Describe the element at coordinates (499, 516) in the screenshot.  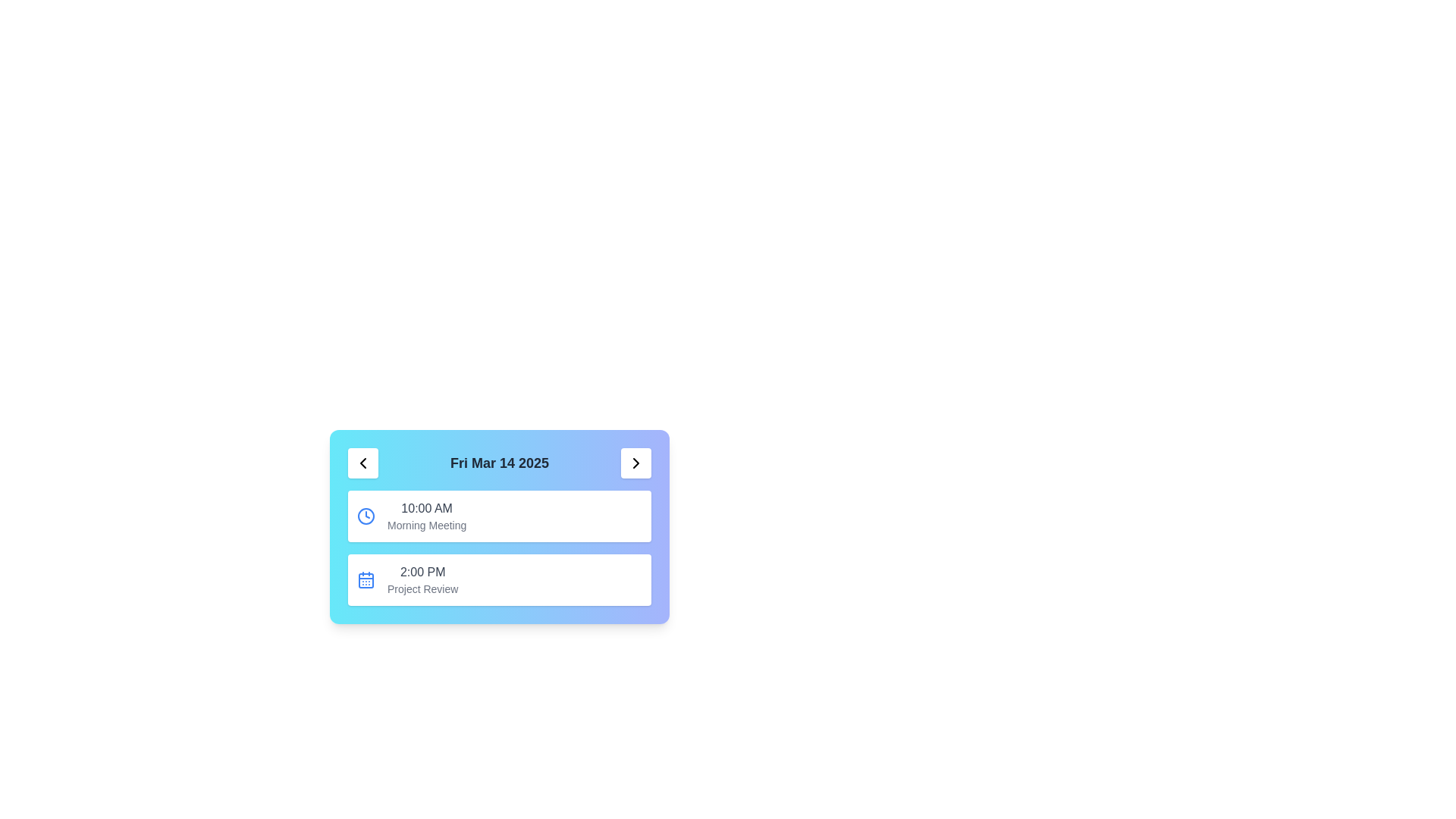
I see `meeting time and title from the first meeting schedule item located in the visual block listing meetings, which is positioned above the '2:00 PM Project Review' entry` at that location.